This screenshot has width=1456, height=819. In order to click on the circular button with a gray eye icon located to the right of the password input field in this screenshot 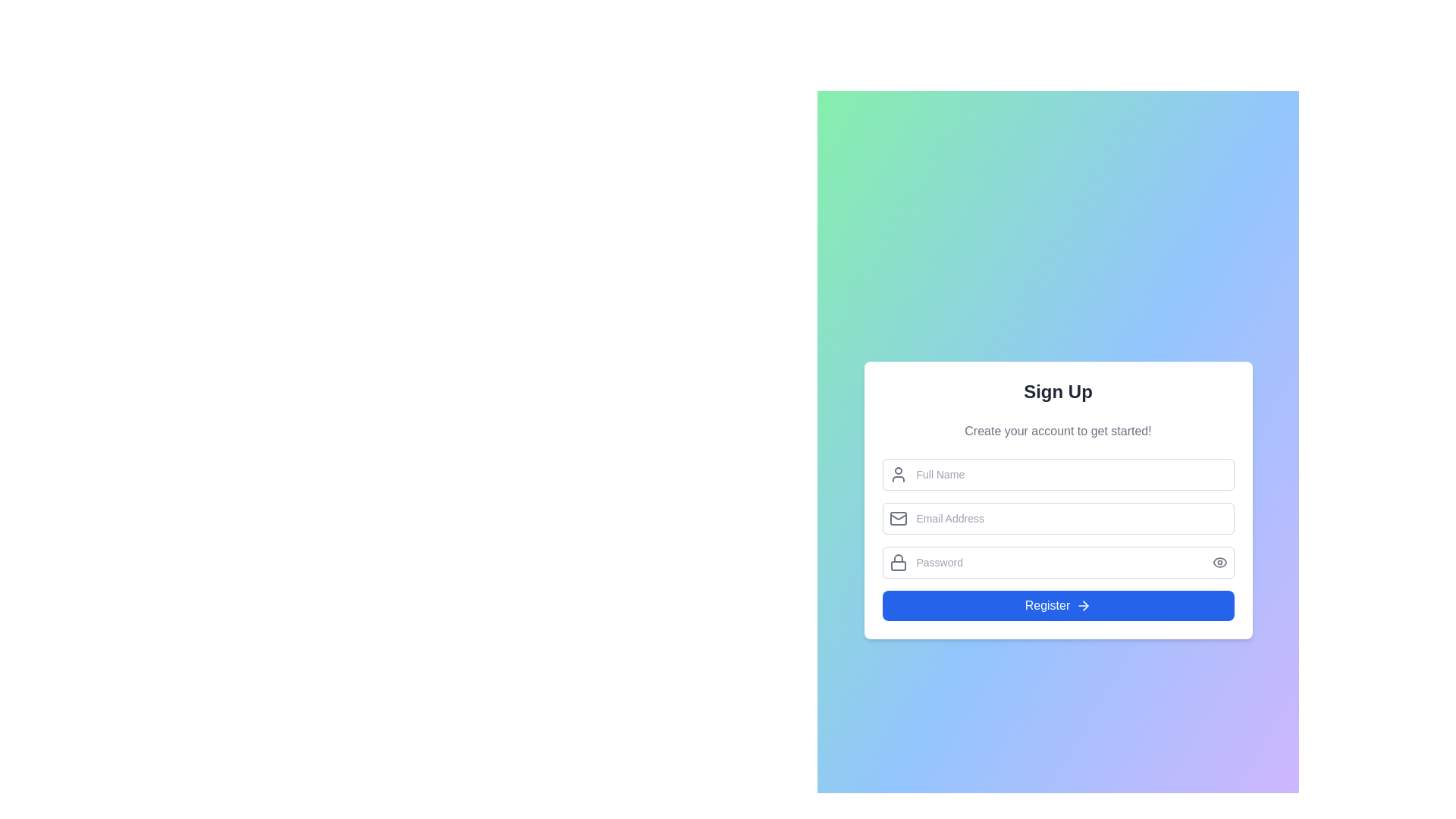, I will do `click(1219, 562)`.